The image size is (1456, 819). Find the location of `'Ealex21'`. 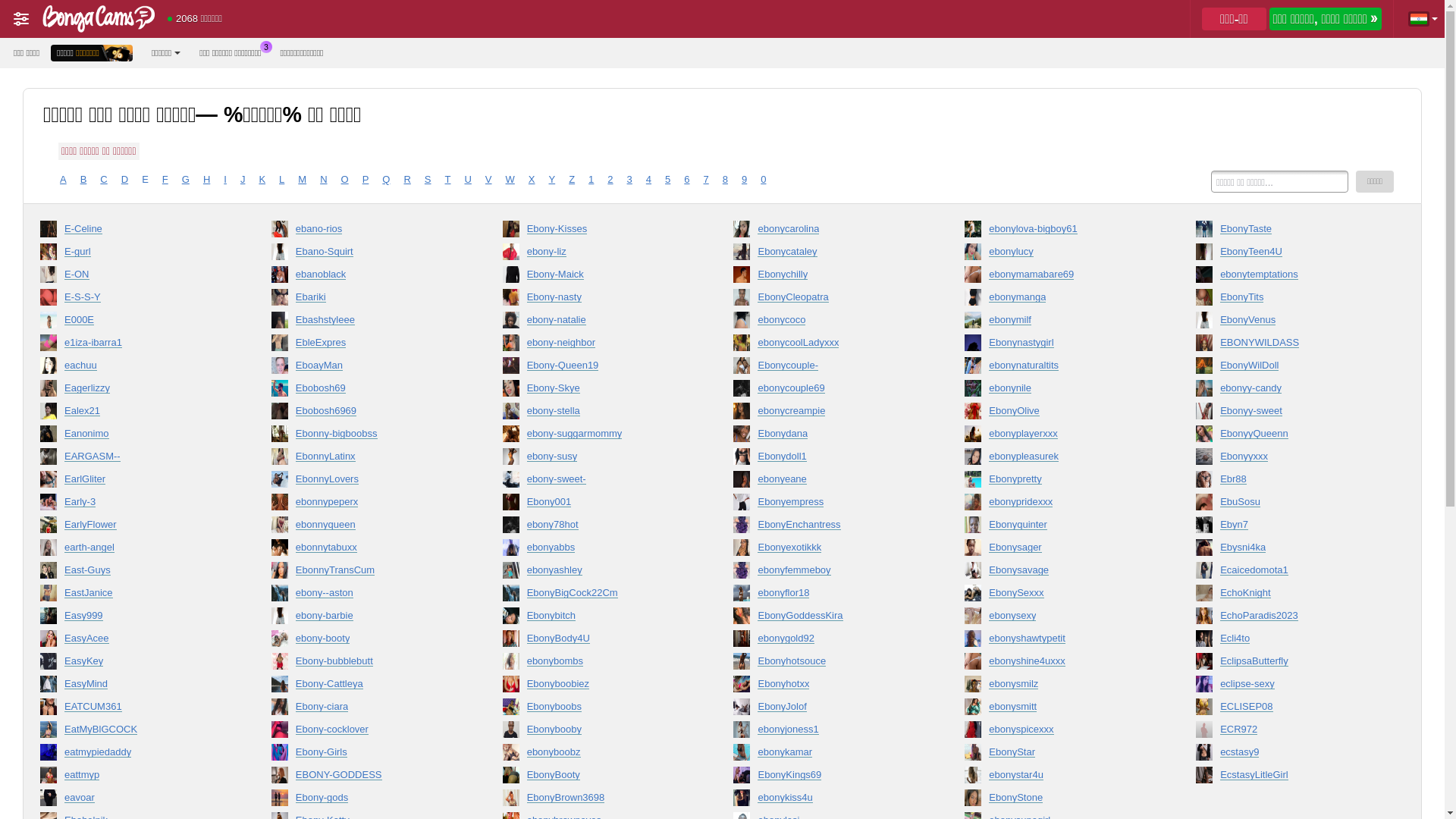

'Ealex21' is located at coordinates (39, 414).